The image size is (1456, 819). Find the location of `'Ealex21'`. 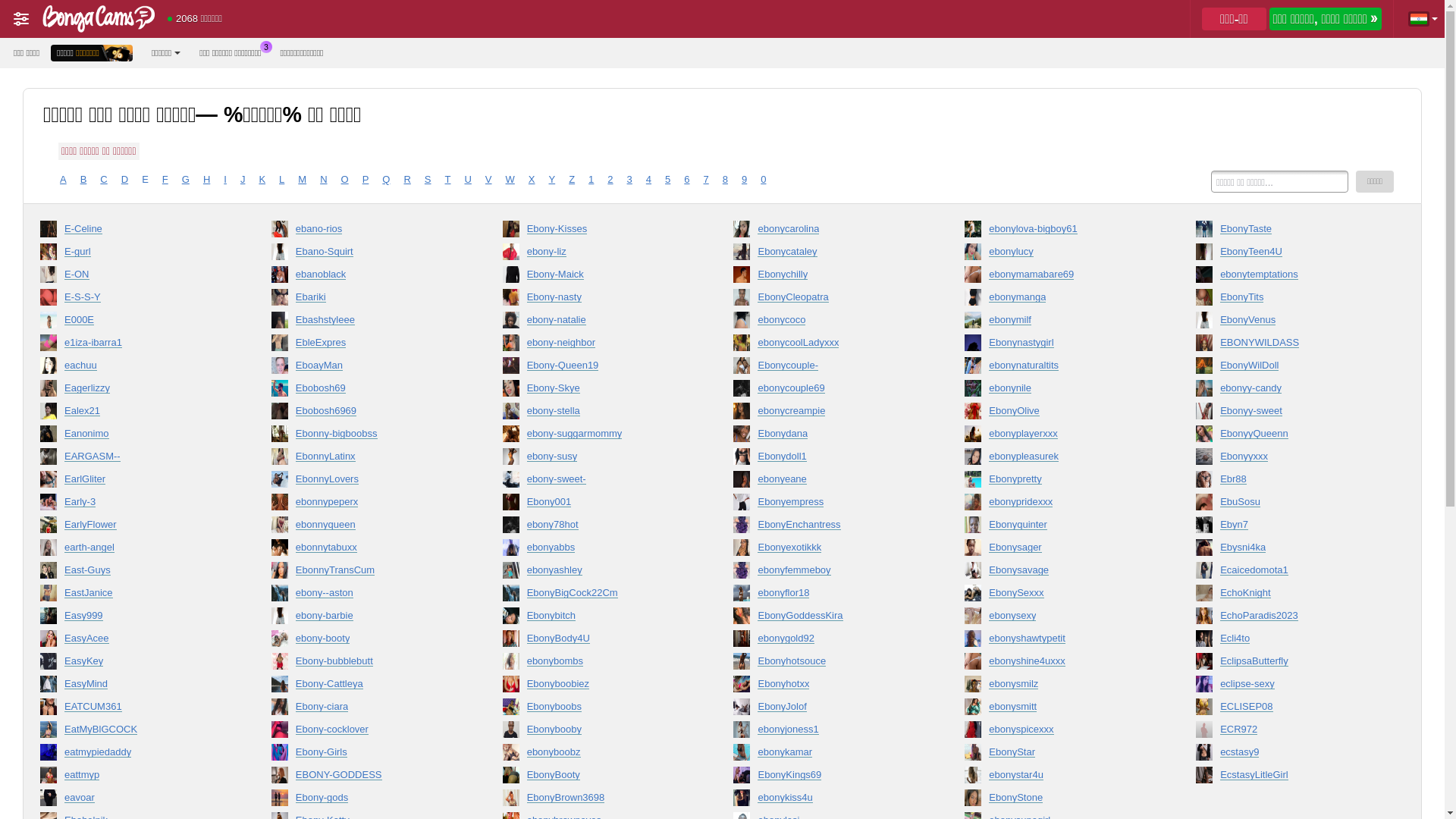

'Ealex21' is located at coordinates (39, 414).